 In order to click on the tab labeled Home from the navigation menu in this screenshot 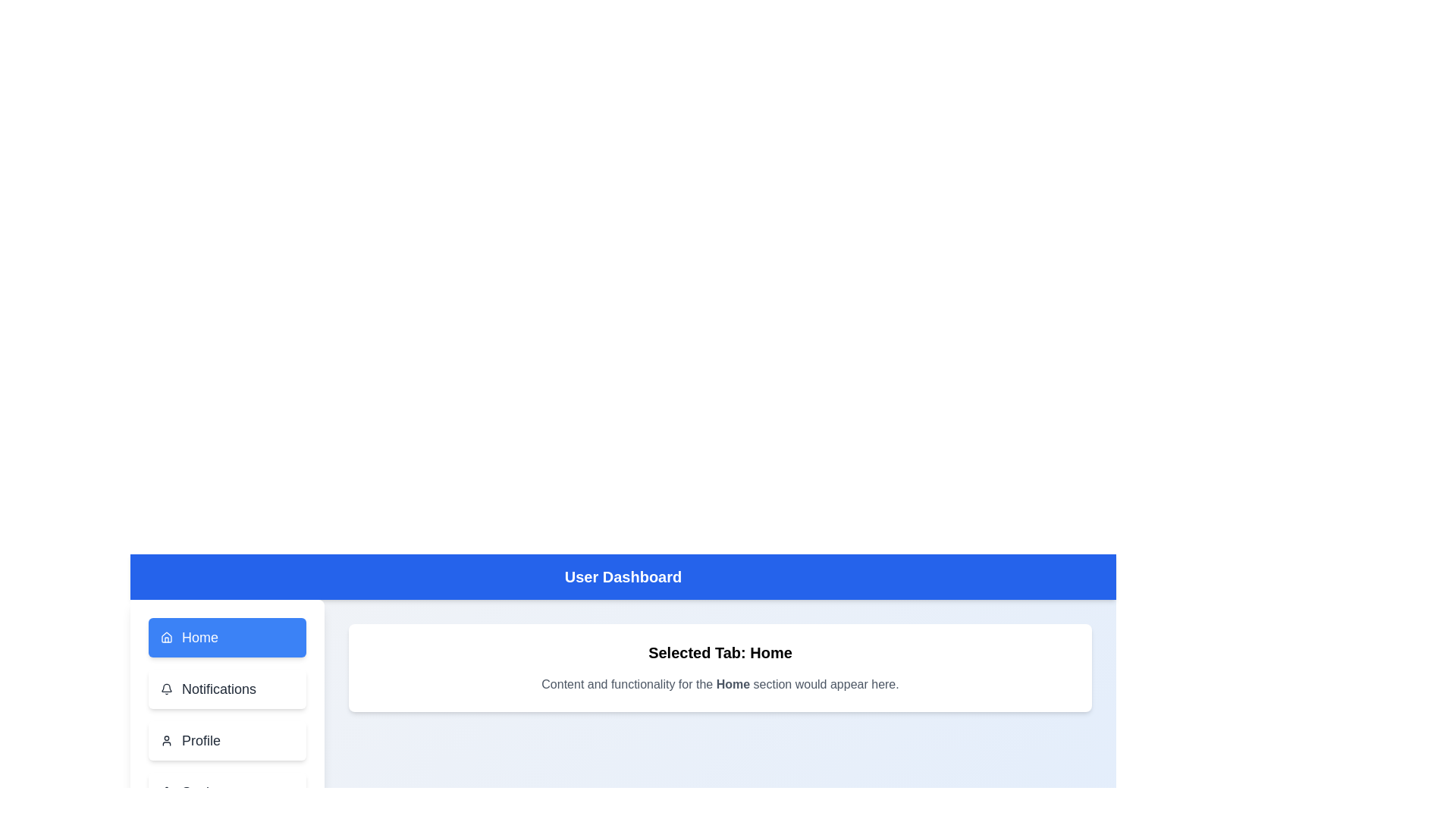, I will do `click(226, 637)`.